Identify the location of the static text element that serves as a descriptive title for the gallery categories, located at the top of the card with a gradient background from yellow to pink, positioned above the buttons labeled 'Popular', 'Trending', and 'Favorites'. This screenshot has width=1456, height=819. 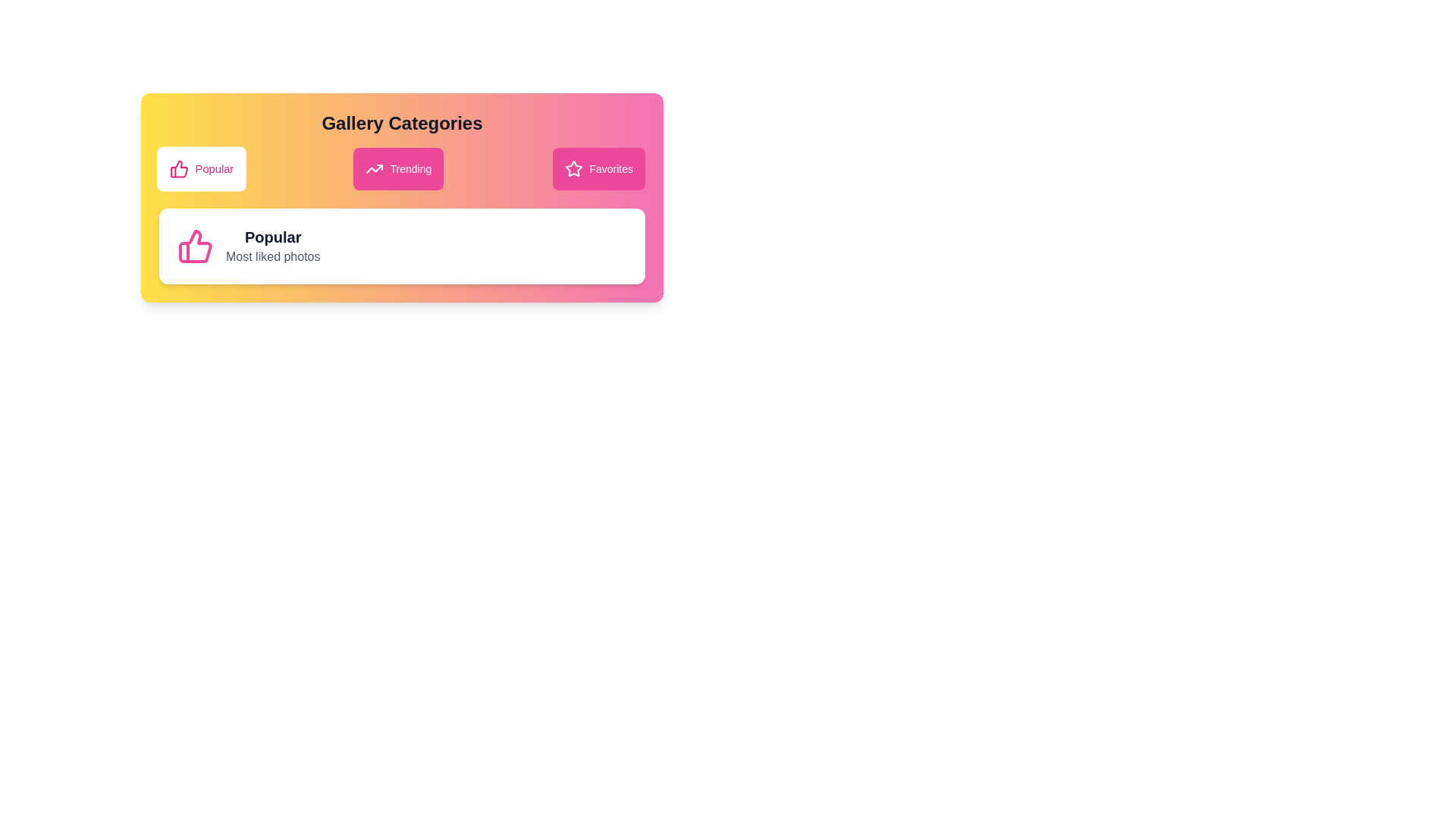
(402, 122).